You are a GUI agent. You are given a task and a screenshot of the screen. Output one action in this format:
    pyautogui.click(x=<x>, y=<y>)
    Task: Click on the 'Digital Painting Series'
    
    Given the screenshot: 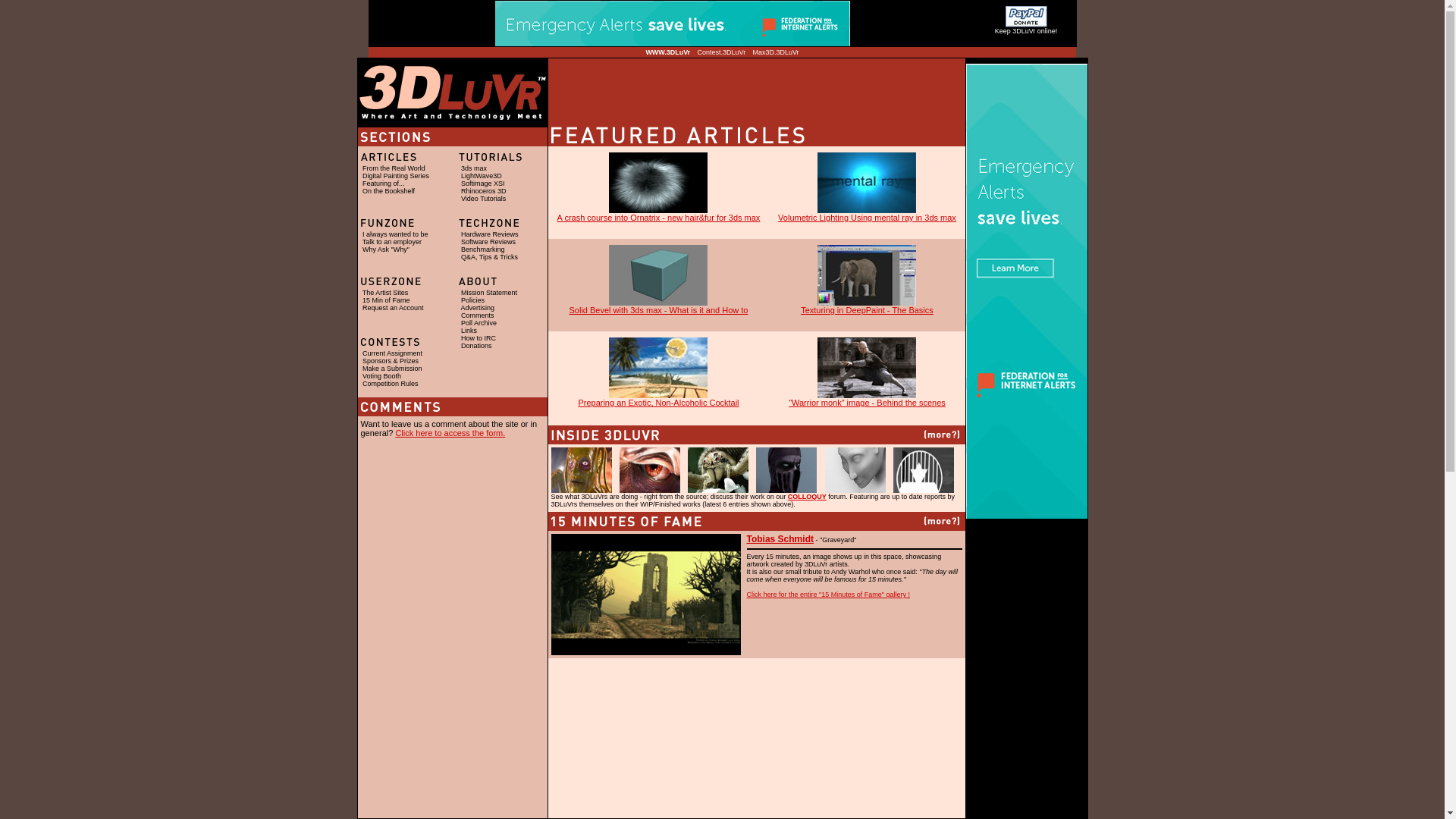 What is the action you would take?
    pyautogui.click(x=396, y=174)
    